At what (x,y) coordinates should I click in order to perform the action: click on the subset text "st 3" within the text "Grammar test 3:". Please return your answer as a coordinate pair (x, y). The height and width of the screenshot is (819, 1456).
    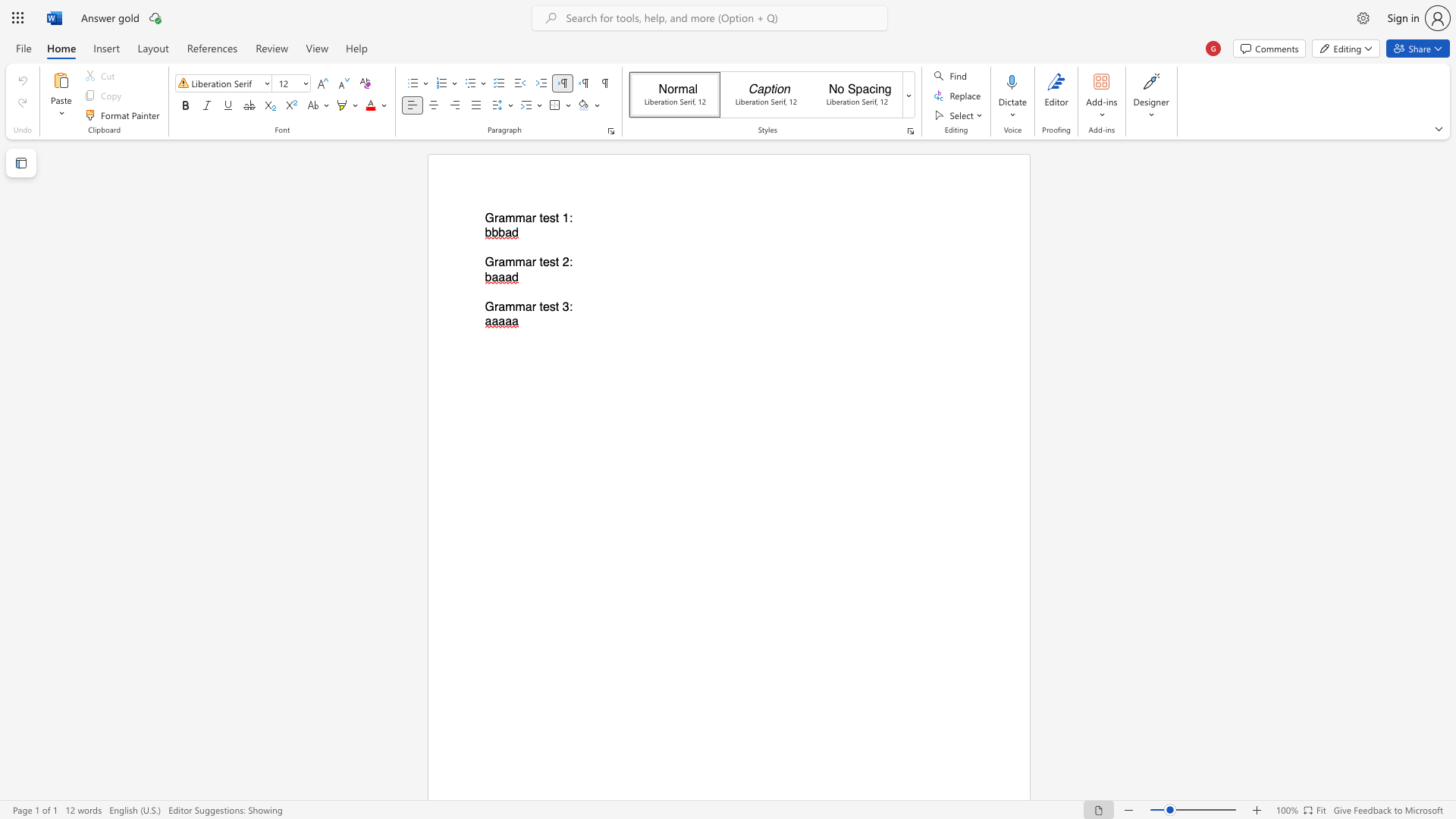
    Looking at the image, I should click on (548, 306).